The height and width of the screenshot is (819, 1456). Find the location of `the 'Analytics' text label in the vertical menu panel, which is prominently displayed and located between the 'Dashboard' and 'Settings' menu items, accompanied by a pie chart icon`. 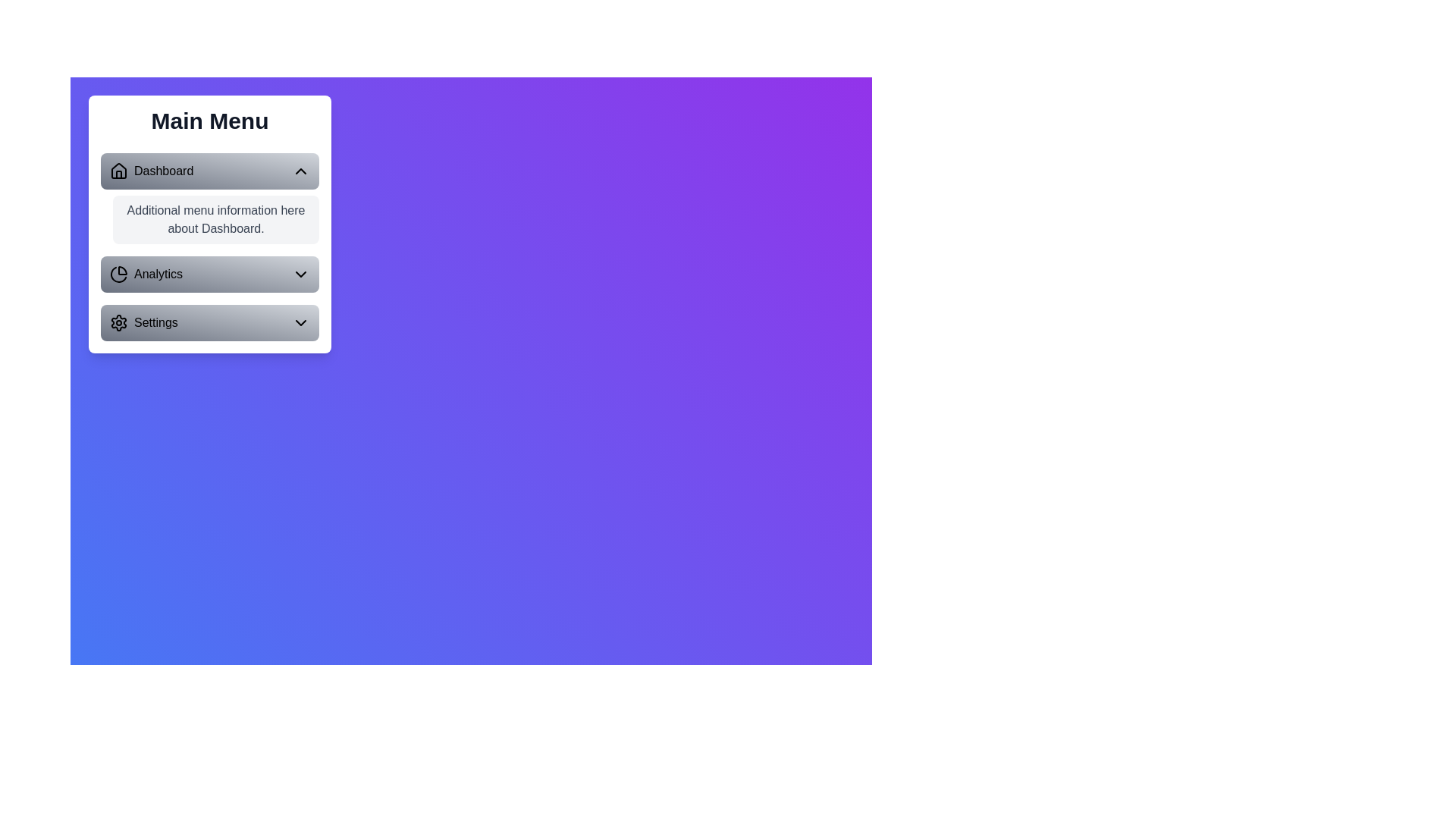

the 'Analytics' text label in the vertical menu panel, which is prominently displayed and located between the 'Dashboard' and 'Settings' menu items, accompanied by a pie chart icon is located at coordinates (158, 275).